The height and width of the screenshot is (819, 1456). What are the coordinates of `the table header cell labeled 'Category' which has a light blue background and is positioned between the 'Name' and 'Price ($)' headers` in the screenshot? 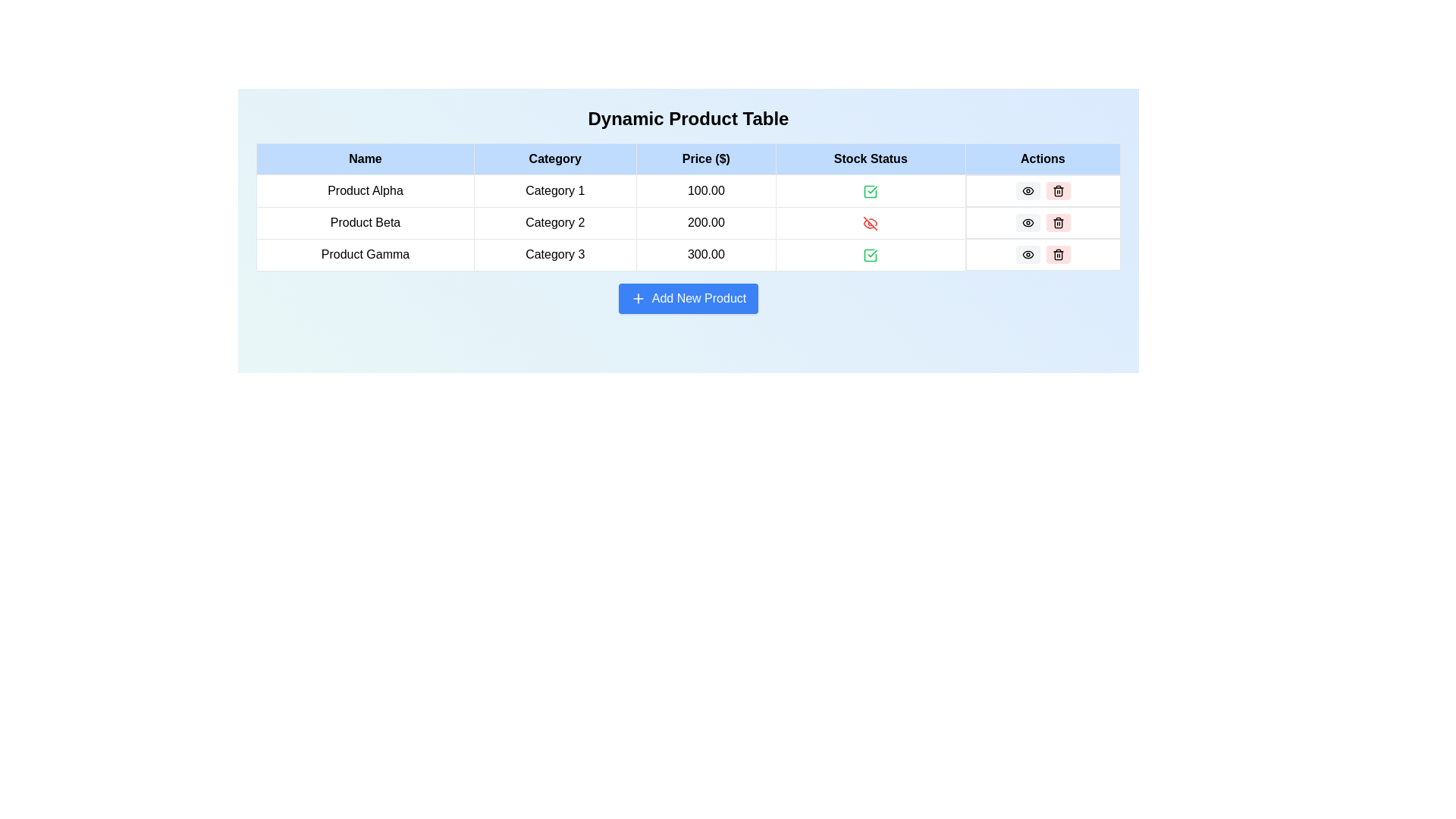 It's located at (554, 158).